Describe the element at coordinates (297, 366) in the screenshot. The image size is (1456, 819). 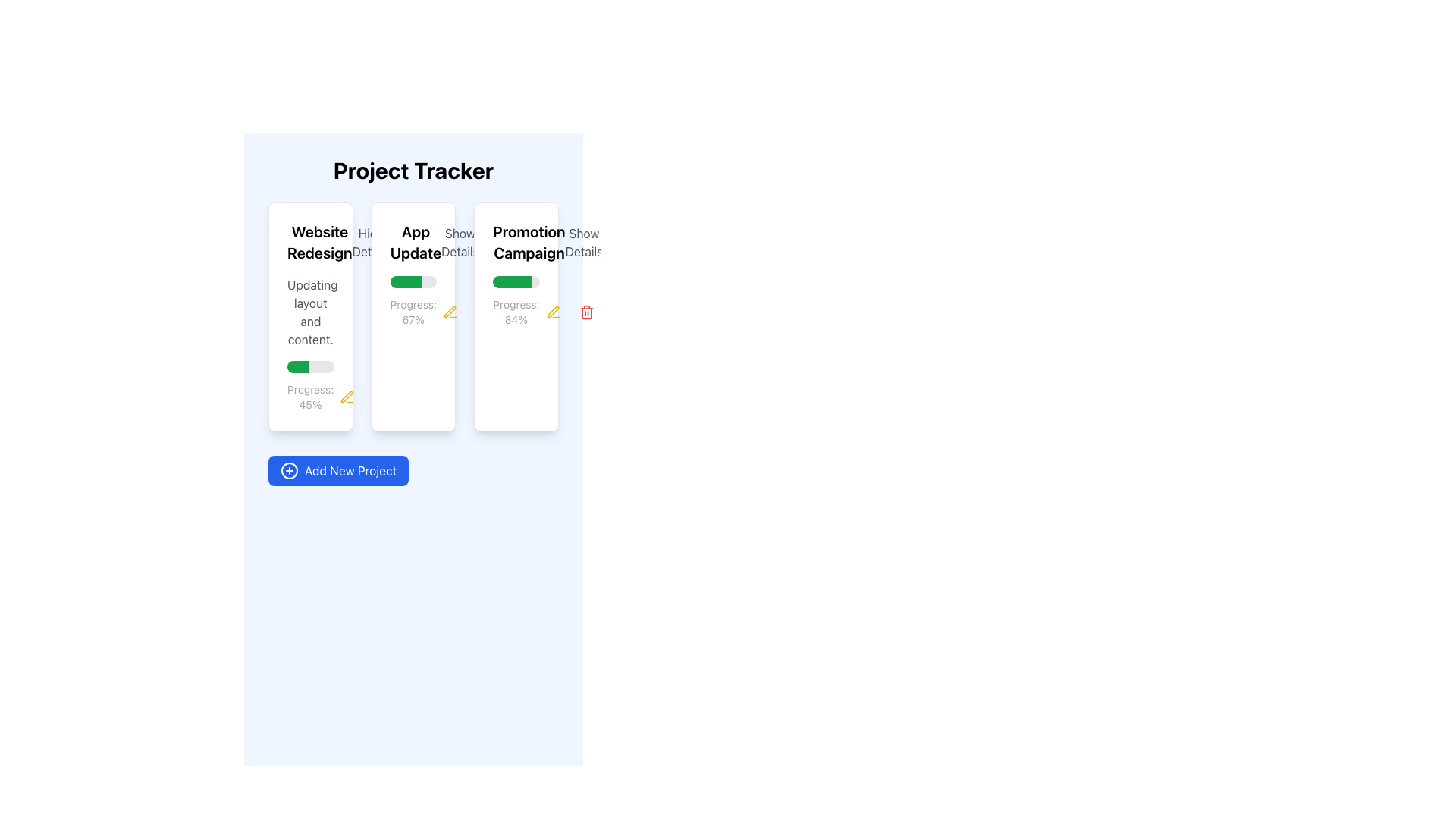
I see `changes in the completion percentage of the progress bar located at the bottom of the 'Website Redesign' card, which currently shows 45% completion with a green-filled section` at that location.